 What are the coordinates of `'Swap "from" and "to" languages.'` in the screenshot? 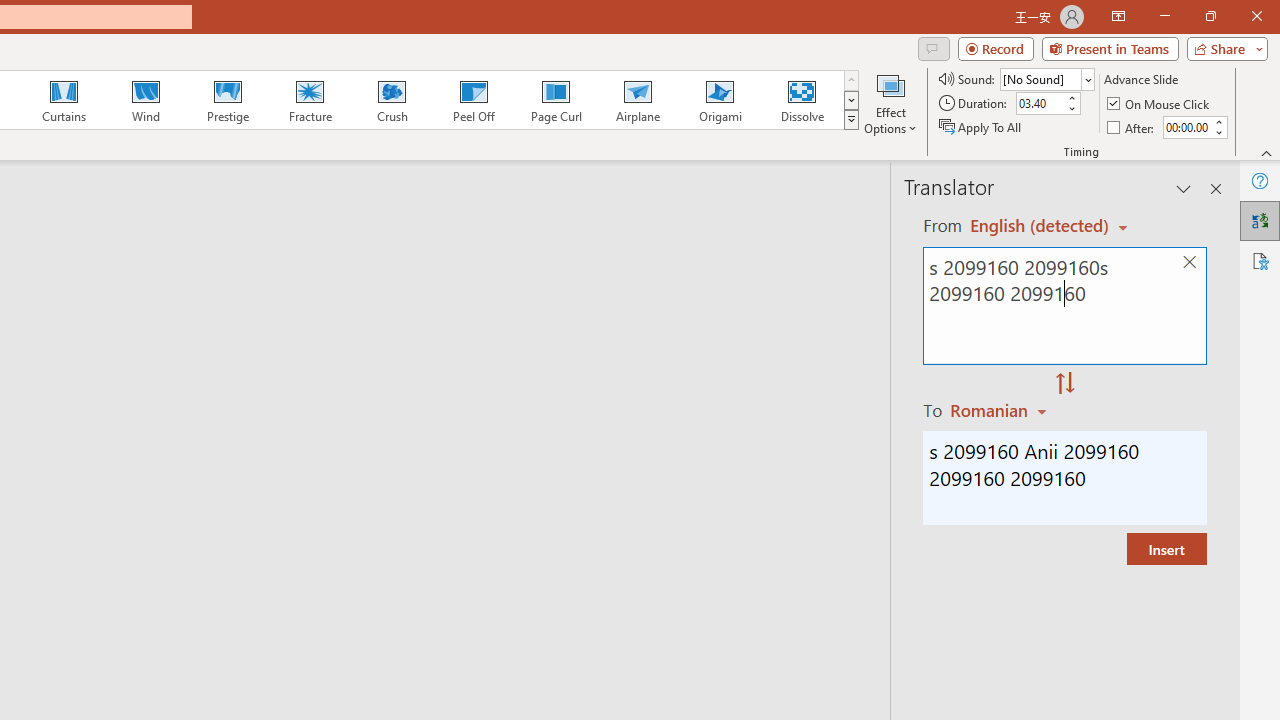 It's located at (1064, 384).